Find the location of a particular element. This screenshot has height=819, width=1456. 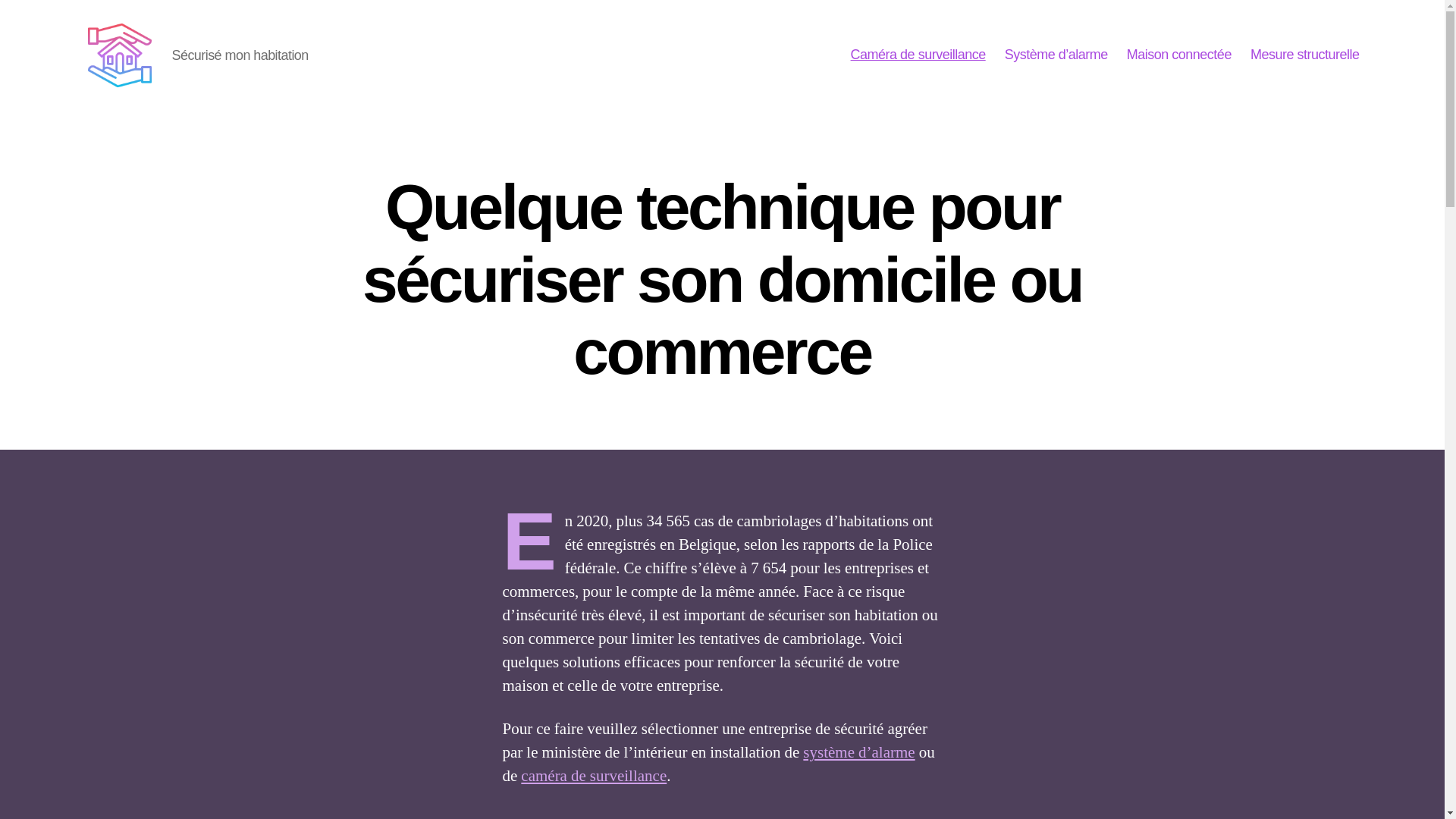

'Mesure structurelle' is located at coordinates (1304, 55).